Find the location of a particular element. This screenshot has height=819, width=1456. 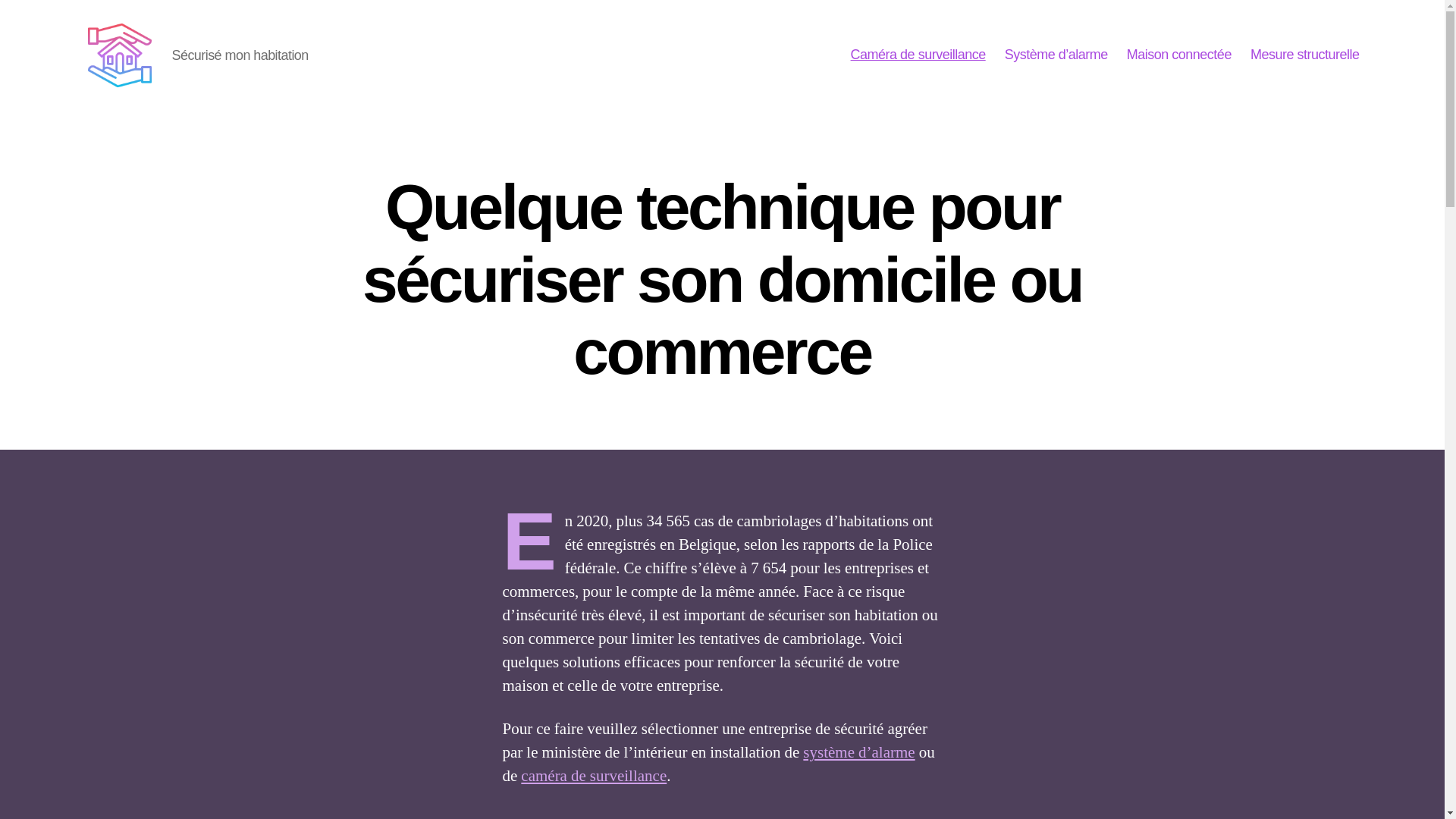

'Mesure structurelle' is located at coordinates (1304, 55).